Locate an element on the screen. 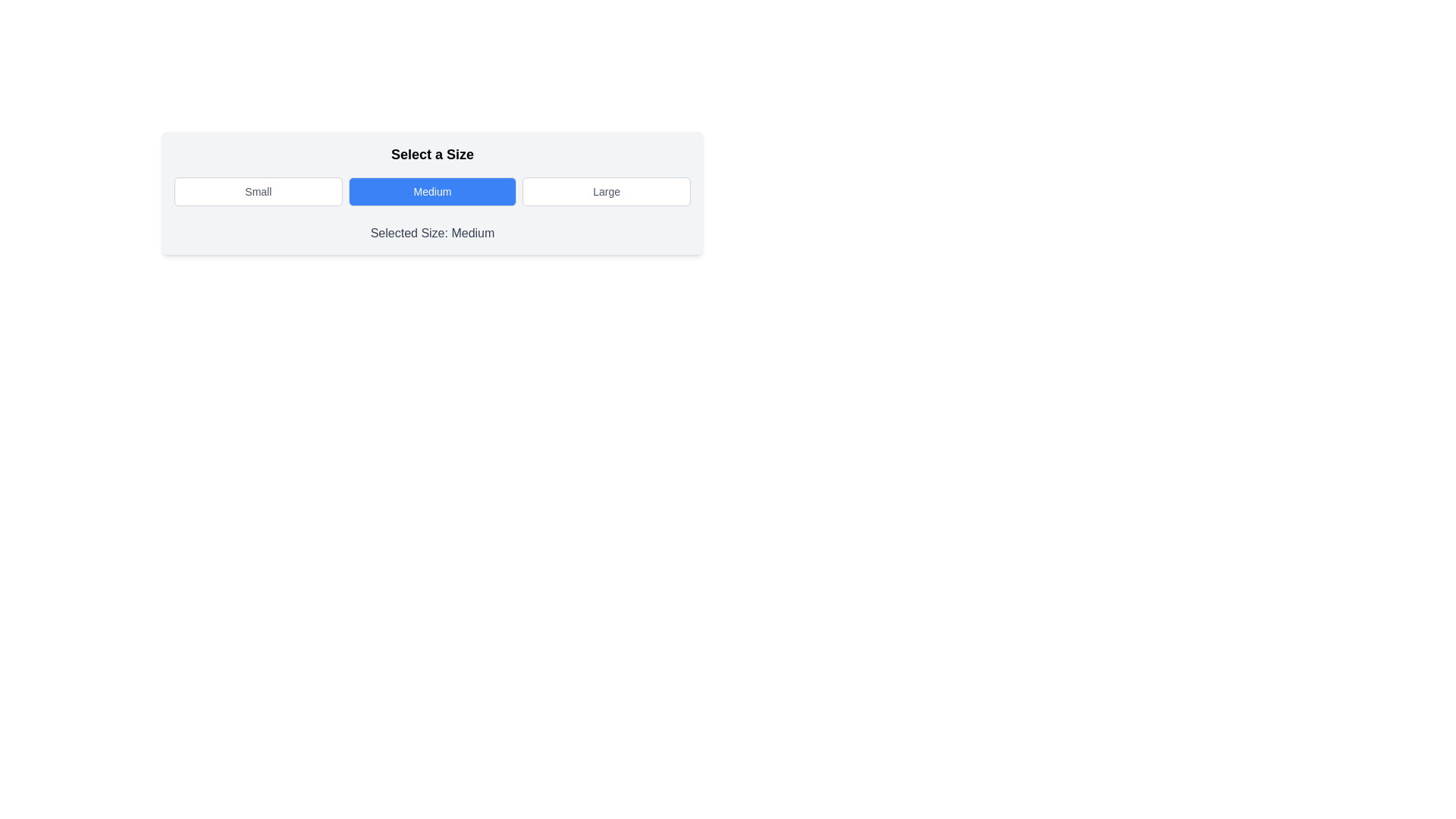 This screenshot has width=1456, height=819. the Segmented Button Group that allows users to select a size option (Small, Medium, or Large) is located at coordinates (431, 191).